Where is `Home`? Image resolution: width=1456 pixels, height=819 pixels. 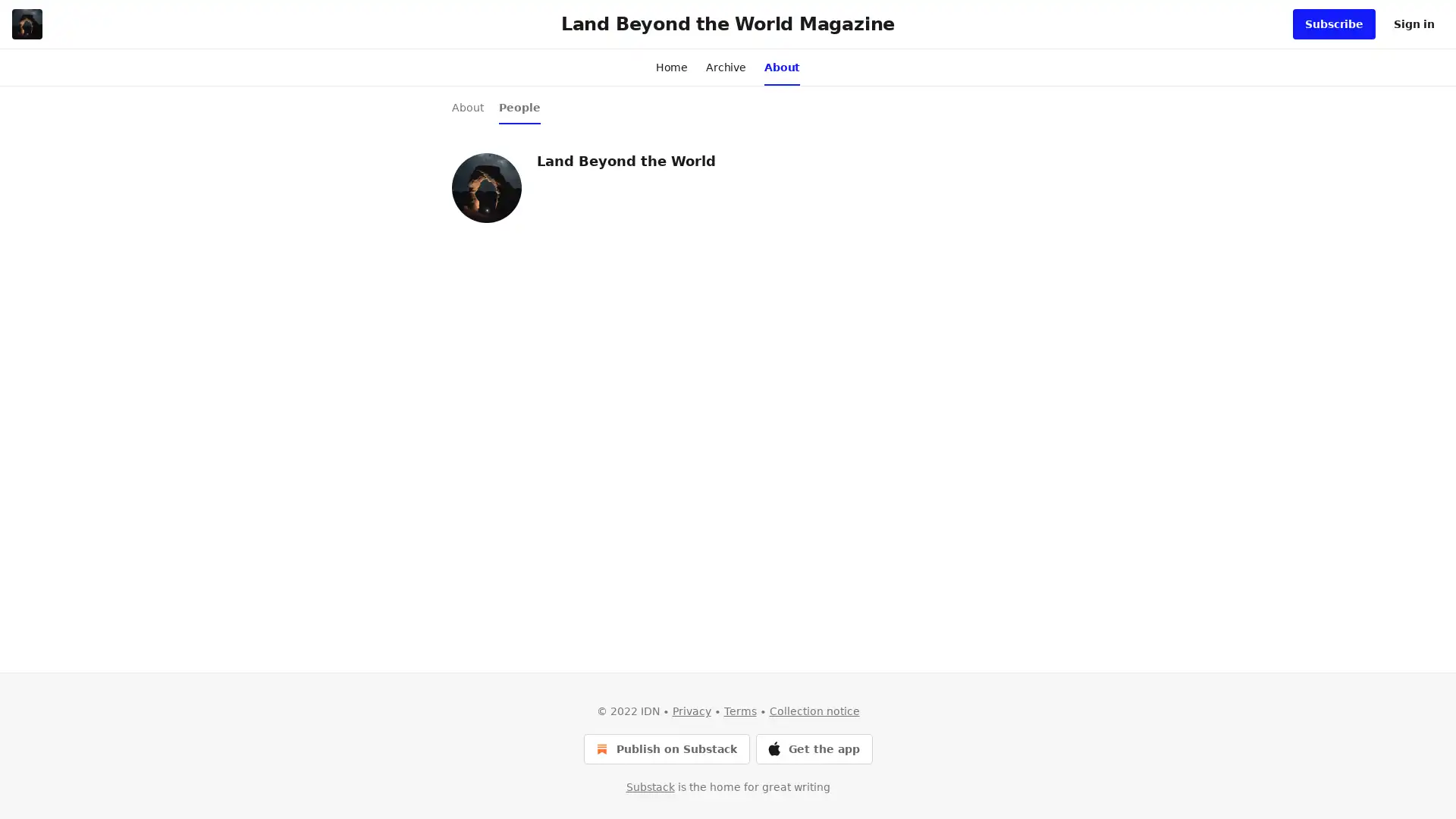 Home is located at coordinates (670, 66).